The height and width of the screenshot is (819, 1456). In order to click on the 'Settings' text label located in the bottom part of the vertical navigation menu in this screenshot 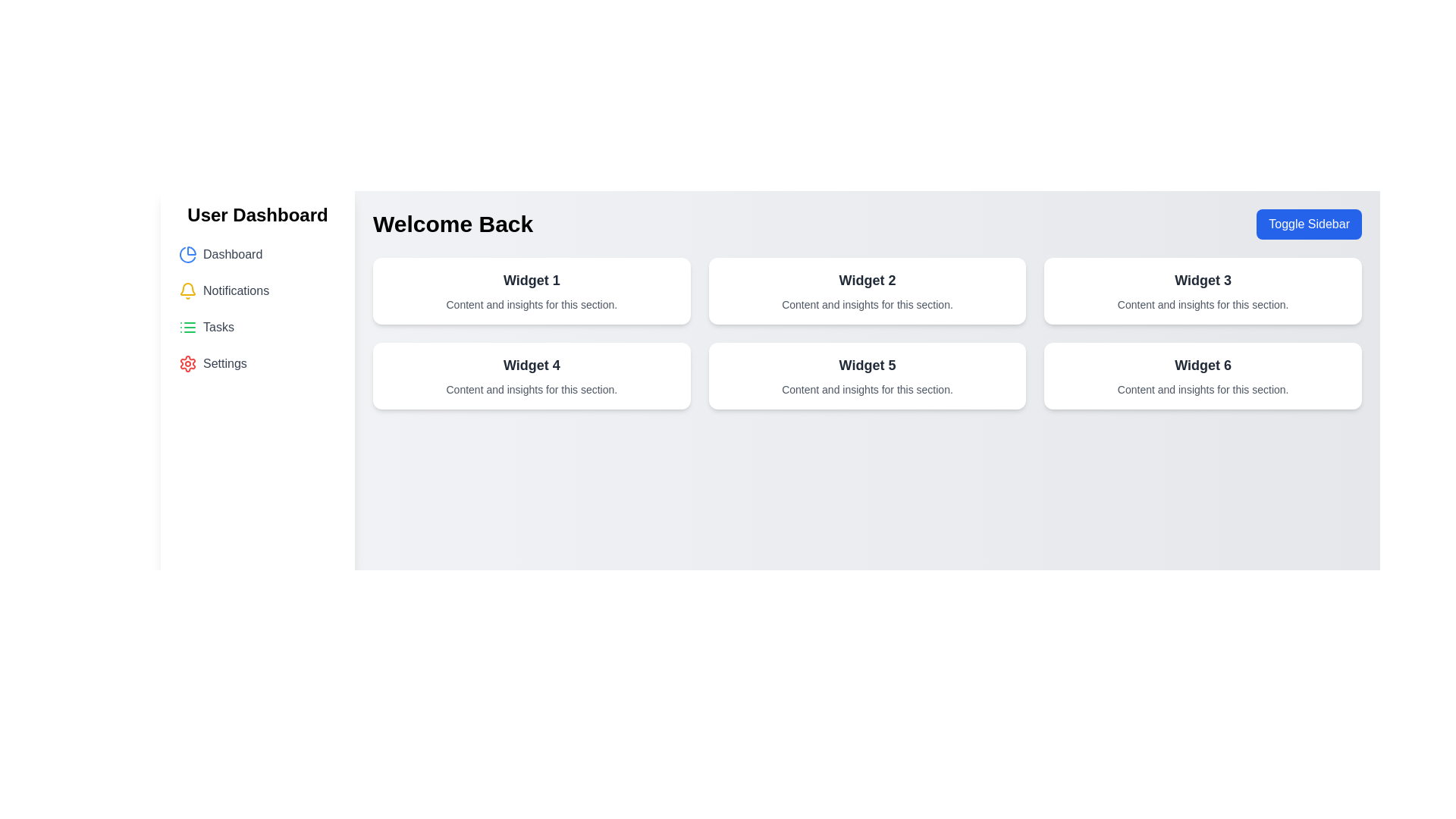, I will do `click(224, 363)`.